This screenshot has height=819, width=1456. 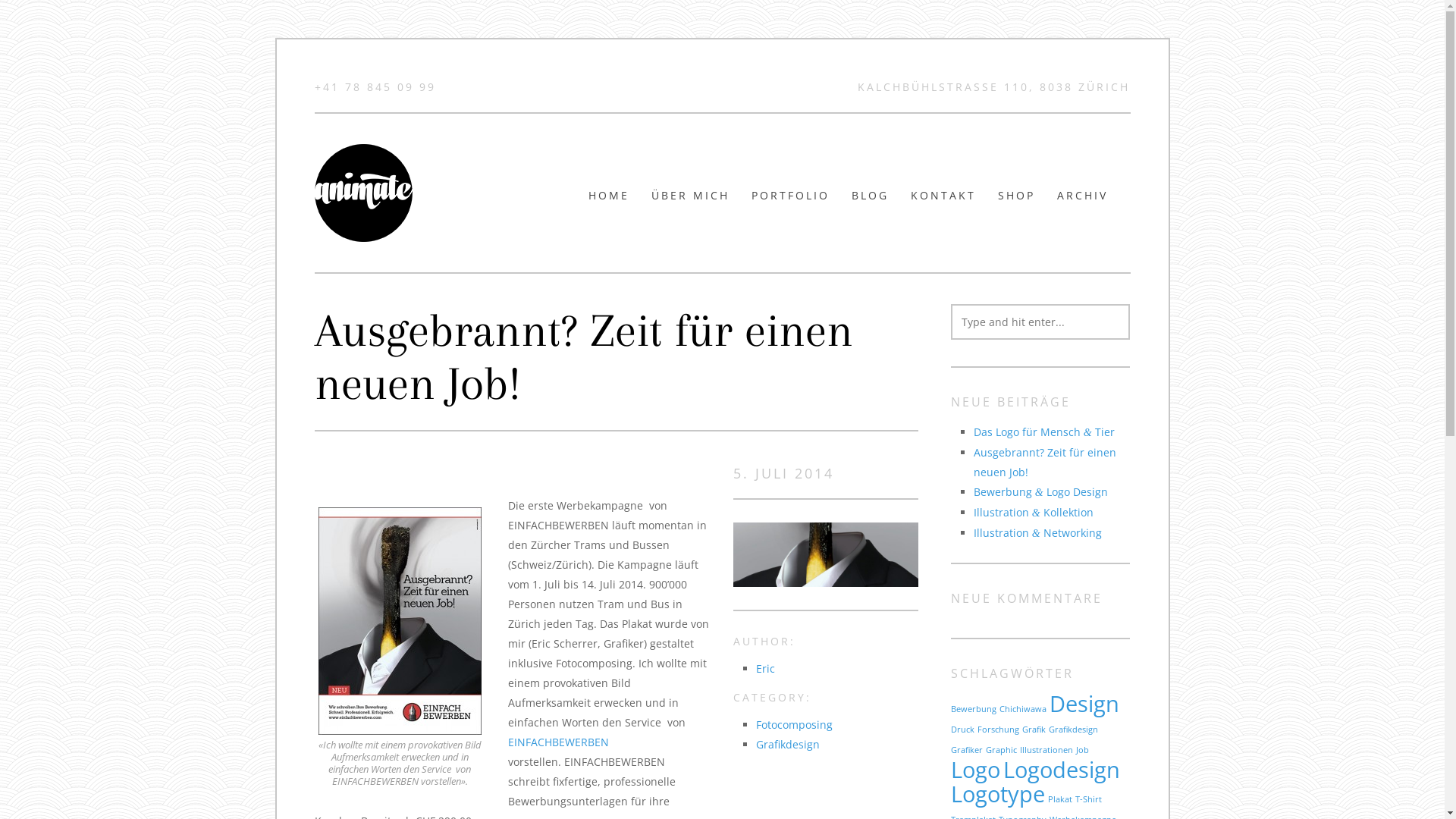 I want to click on 'Logotype', so click(x=997, y=792).